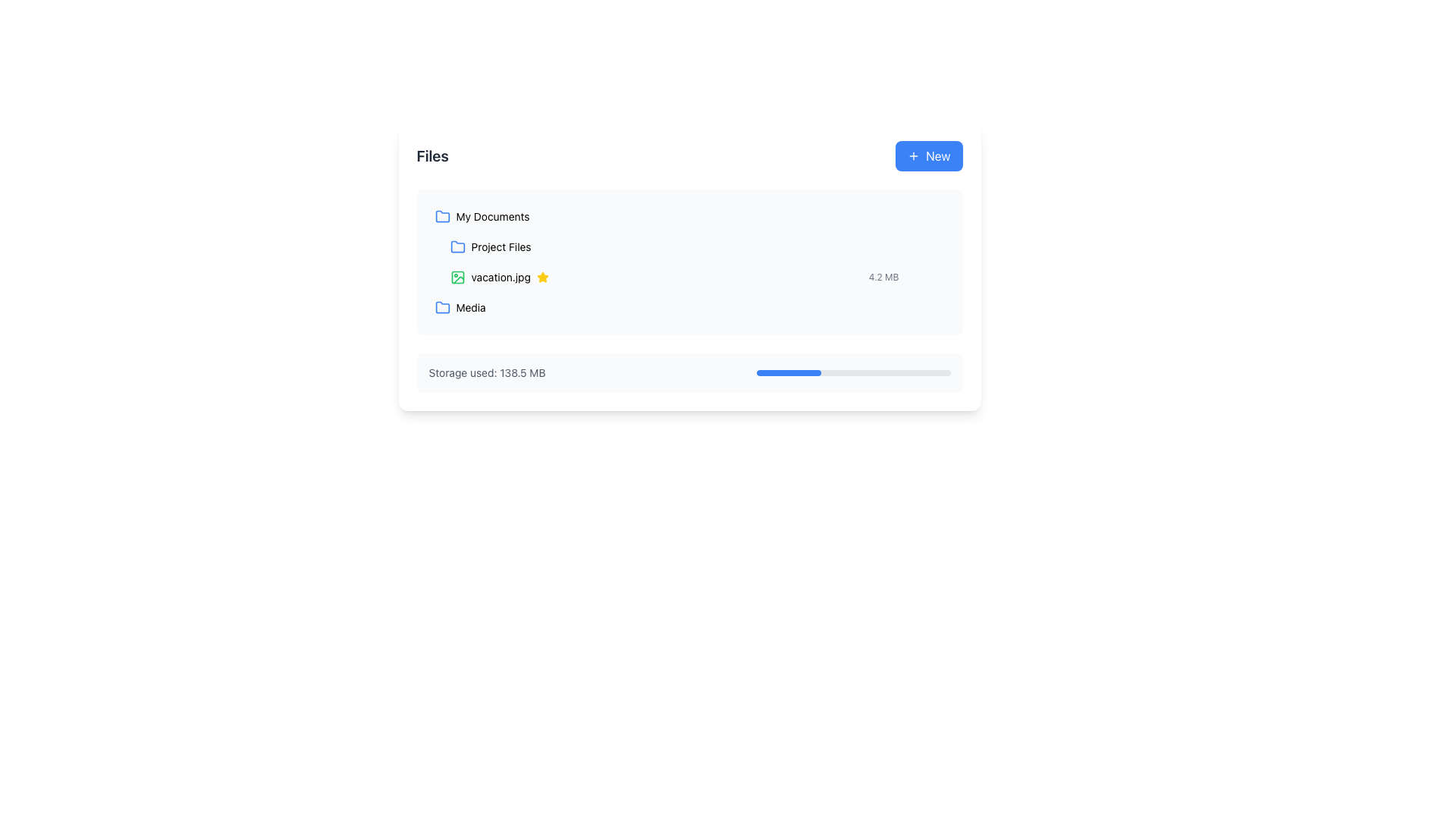 The width and height of the screenshot is (1456, 819). Describe the element at coordinates (913, 307) in the screenshot. I see `the download button located on the right side of the file list section, aligned with the 'vacation.jpg' file entry to change its styling` at that location.